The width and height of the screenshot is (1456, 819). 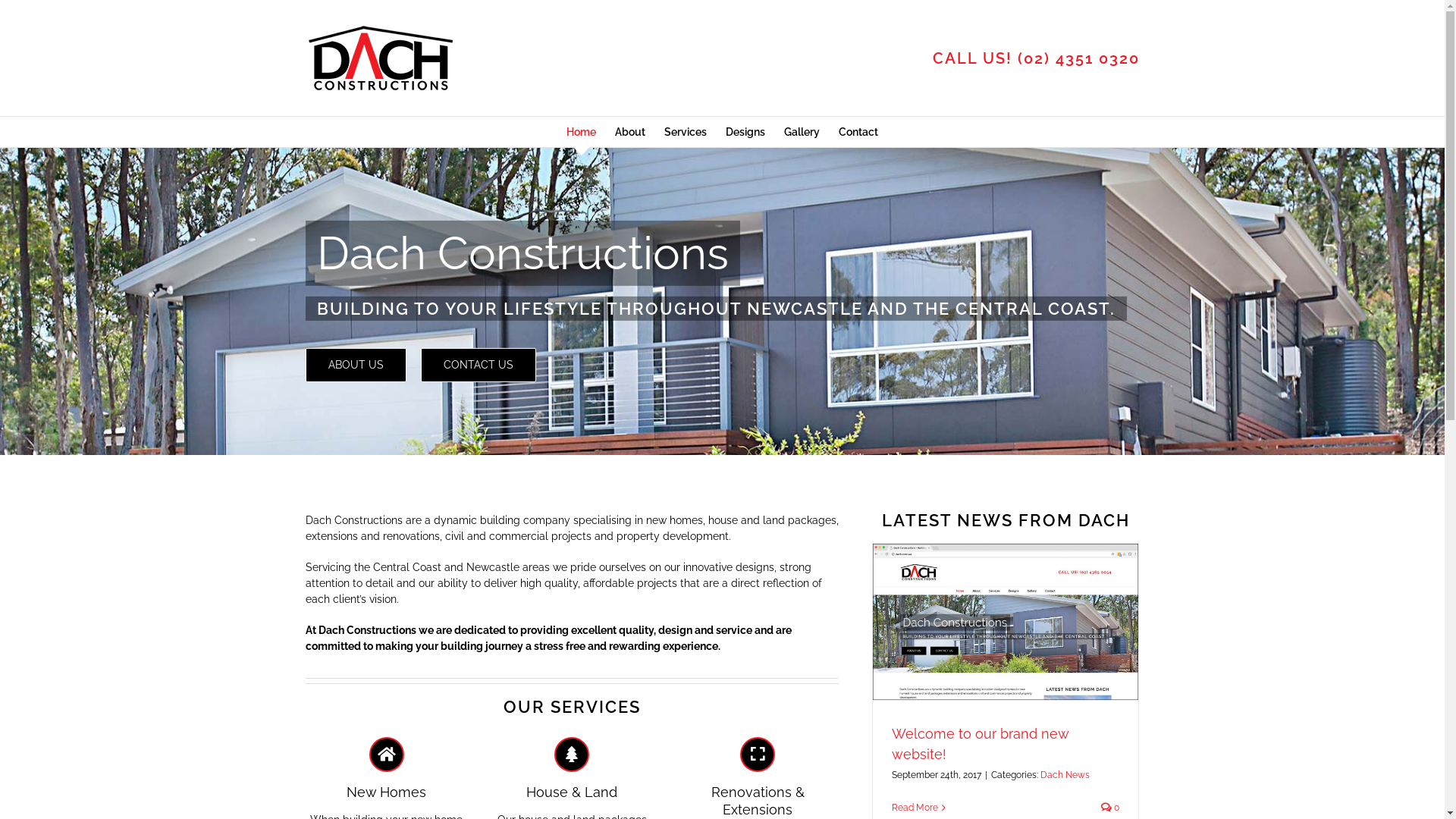 What do you see at coordinates (1064, 775) in the screenshot?
I see `'Dach News'` at bounding box center [1064, 775].